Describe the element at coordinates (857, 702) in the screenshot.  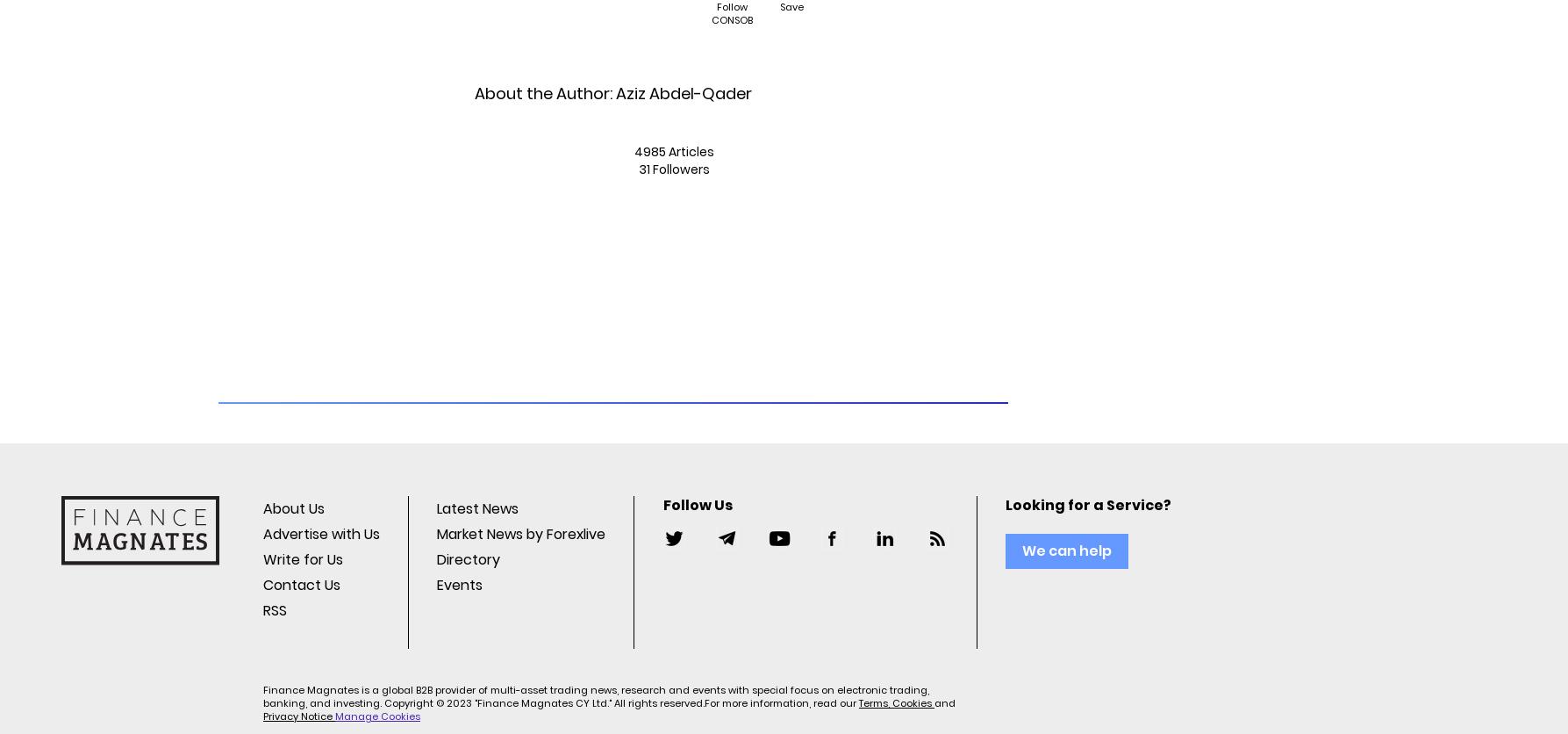
I see `'Terms,'` at that location.